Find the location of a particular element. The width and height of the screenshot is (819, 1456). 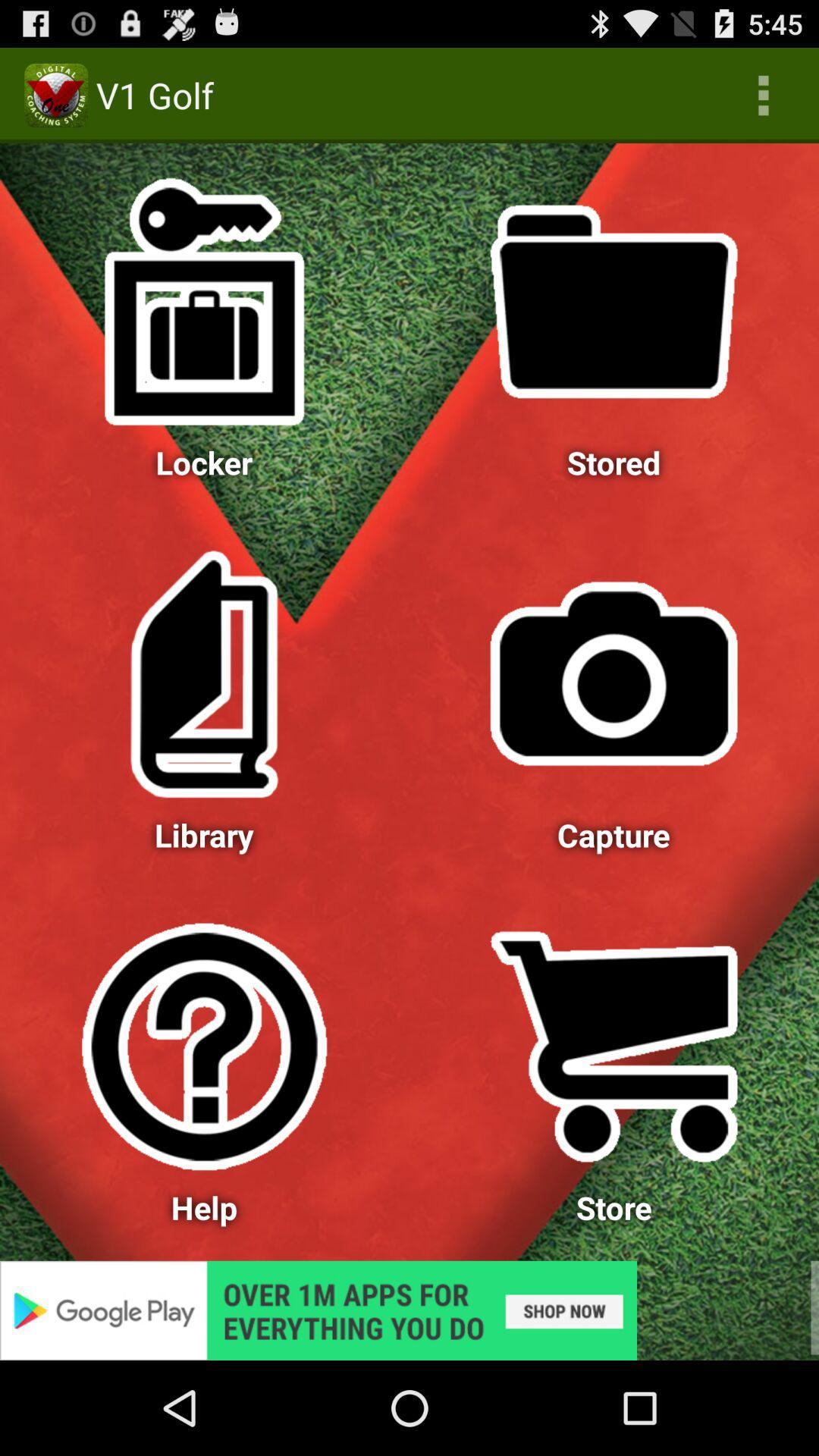

icon below help item is located at coordinates (409, 1310).